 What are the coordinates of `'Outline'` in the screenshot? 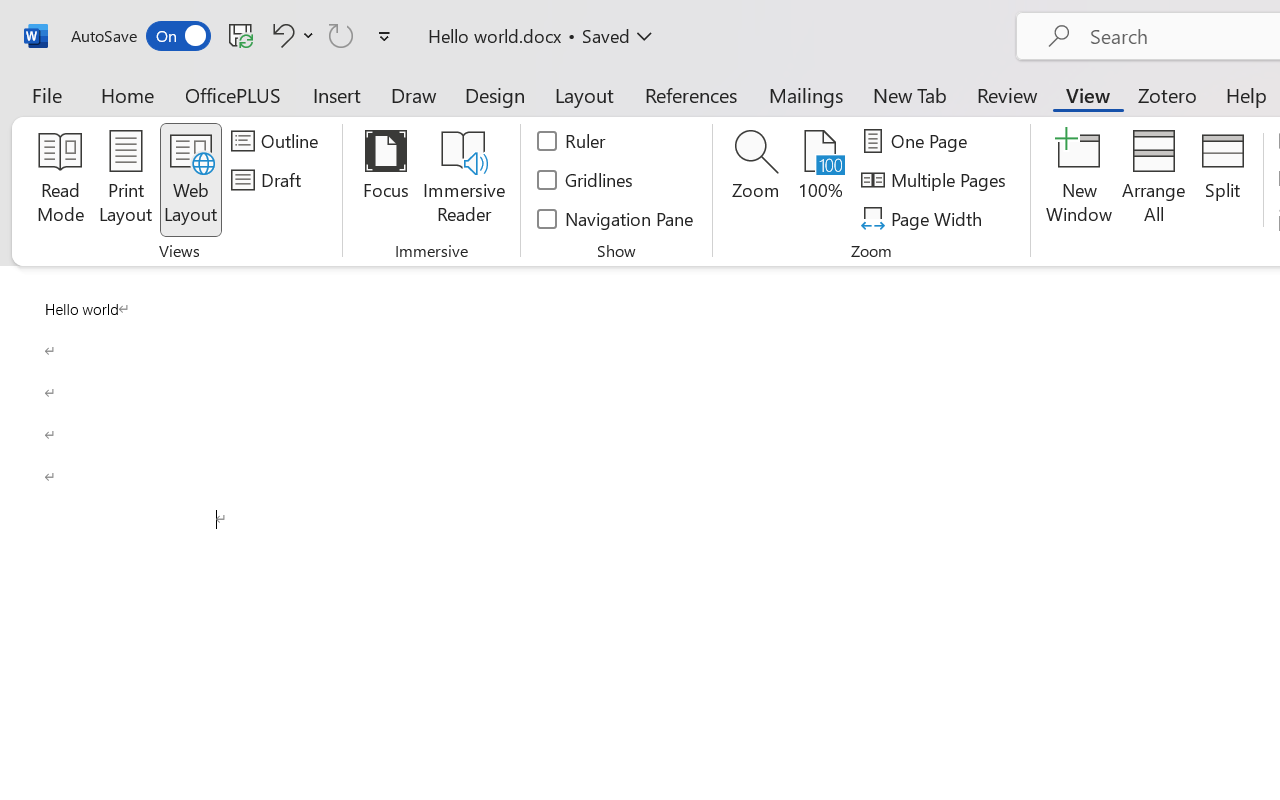 It's located at (277, 141).